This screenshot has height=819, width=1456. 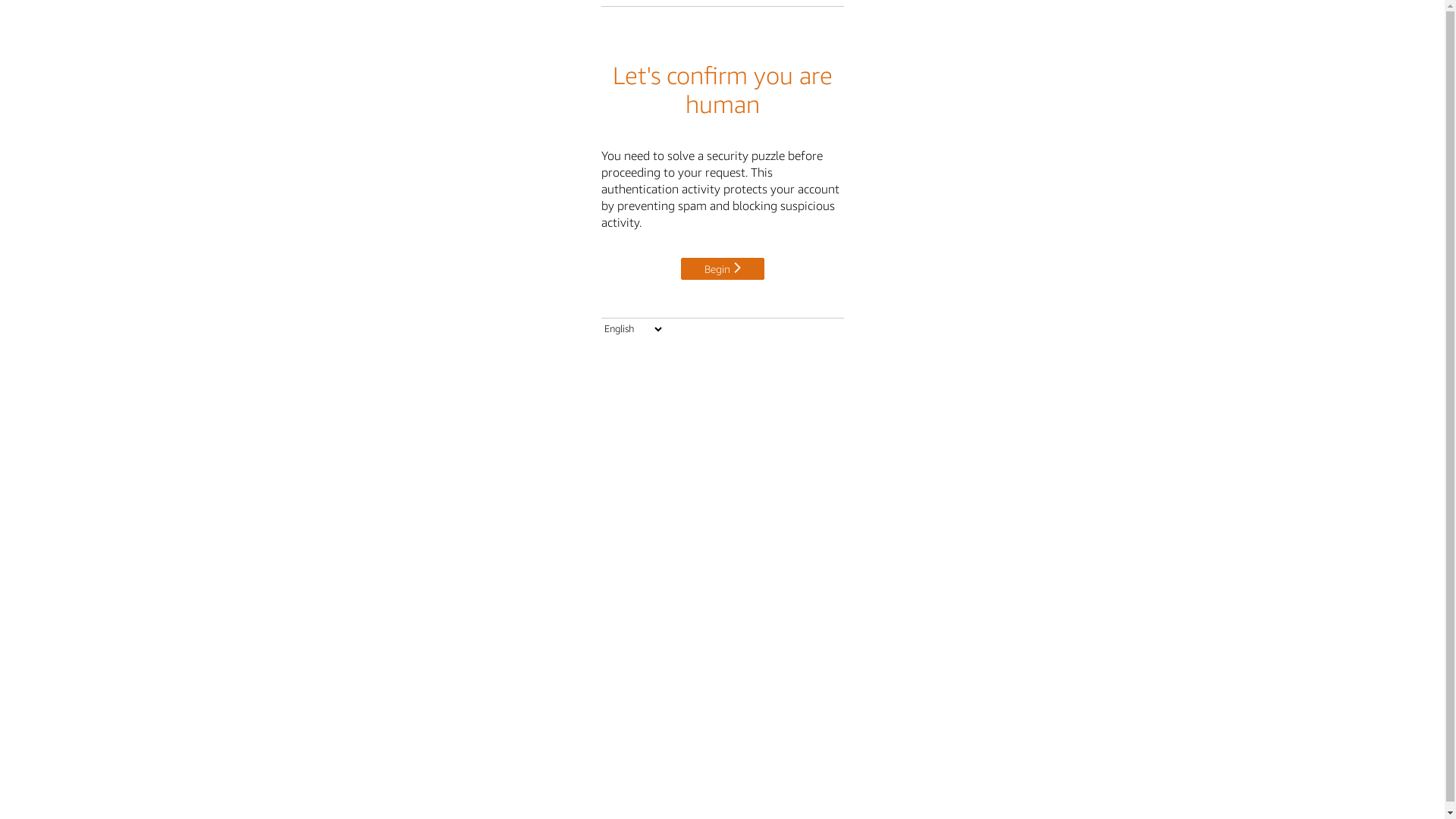 What do you see at coordinates (722, 268) in the screenshot?
I see `'Begin'` at bounding box center [722, 268].